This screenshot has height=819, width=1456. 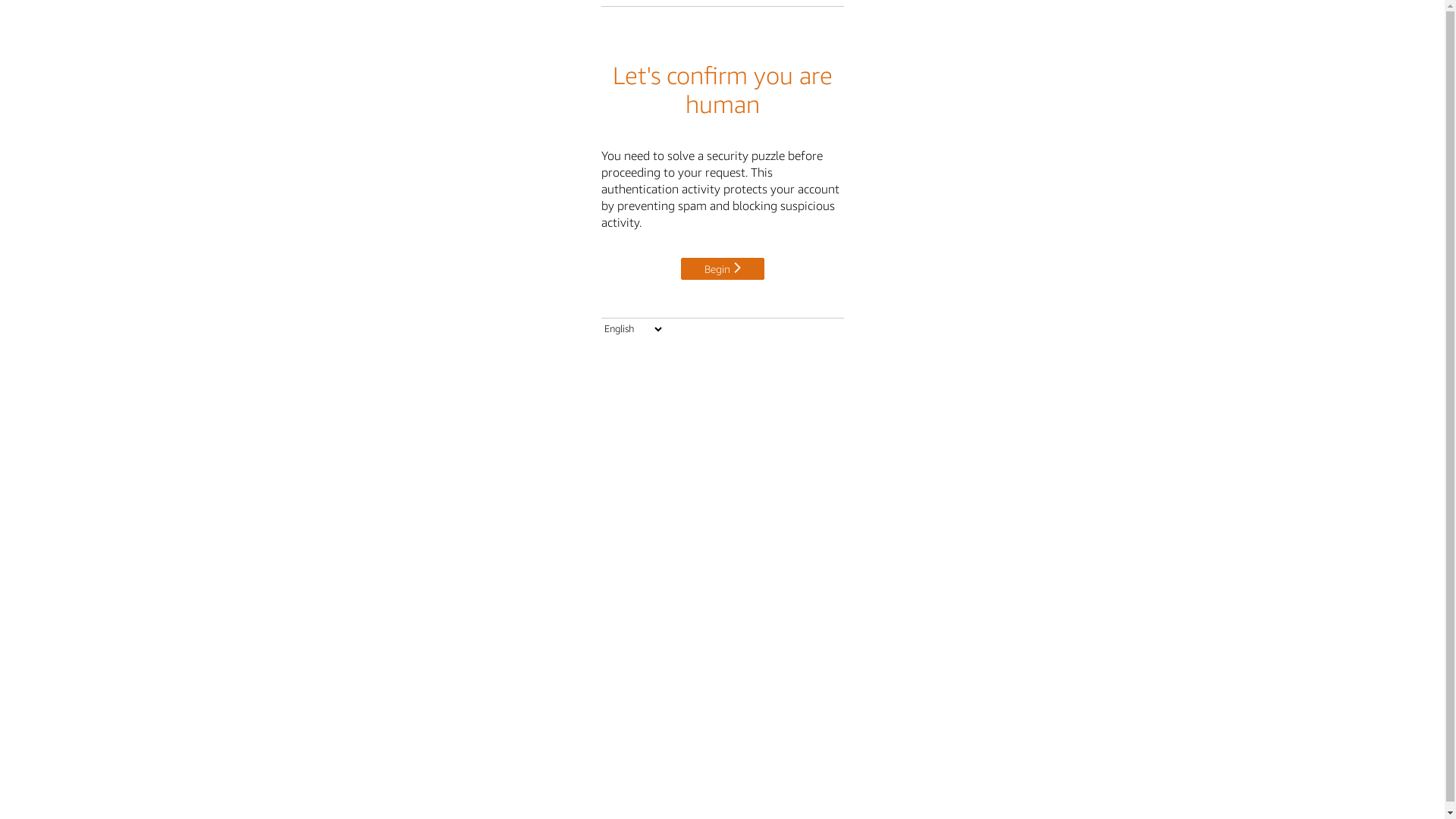 What do you see at coordinates (722, 268) in the screenshot?
I see `'Begin'` at bounding box center [722, 268].